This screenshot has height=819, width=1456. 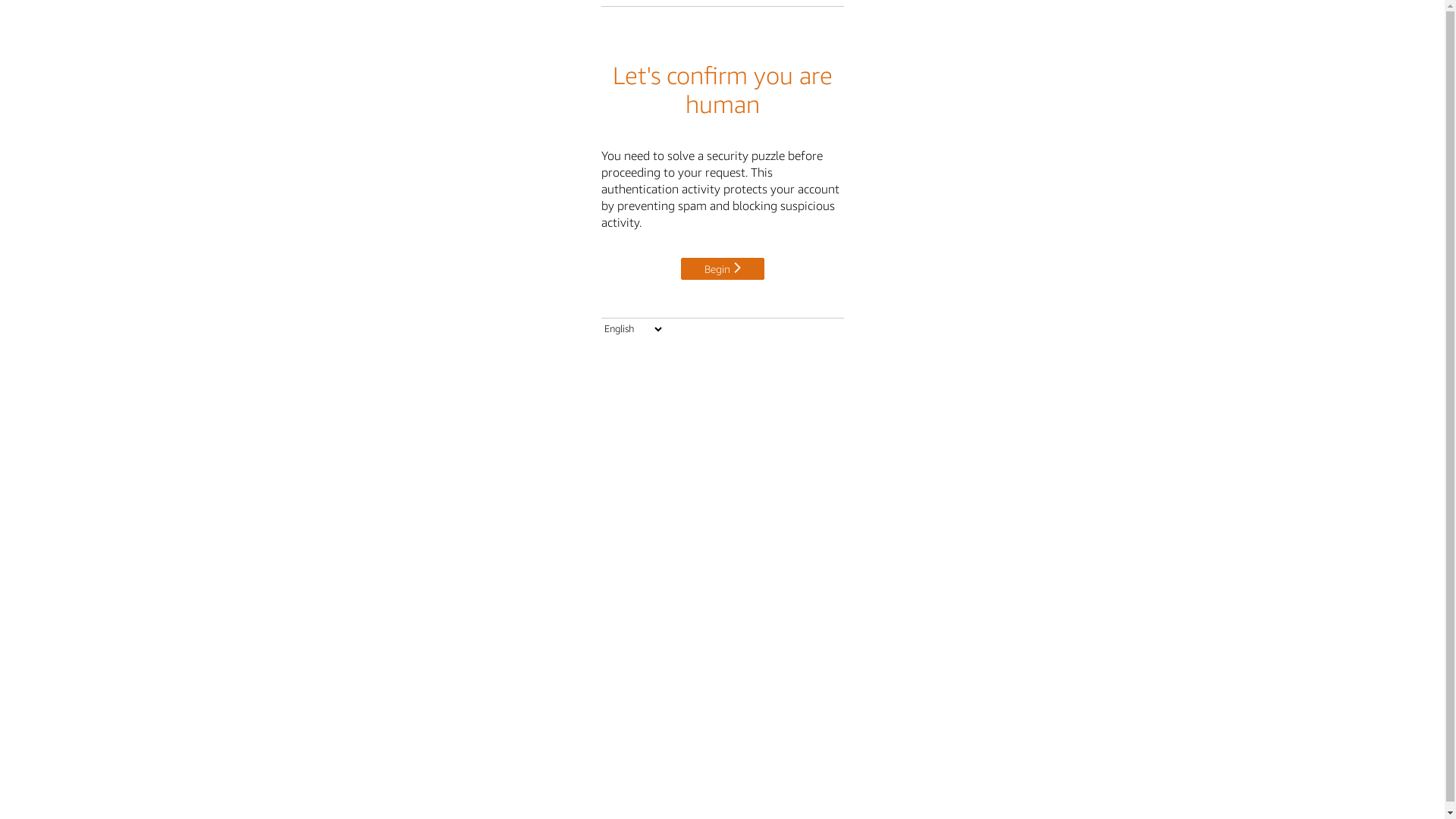 What do you see at coordinates (722, 268) in the screenshot?
I see `'Begin'` at bounding box center [722, 268].